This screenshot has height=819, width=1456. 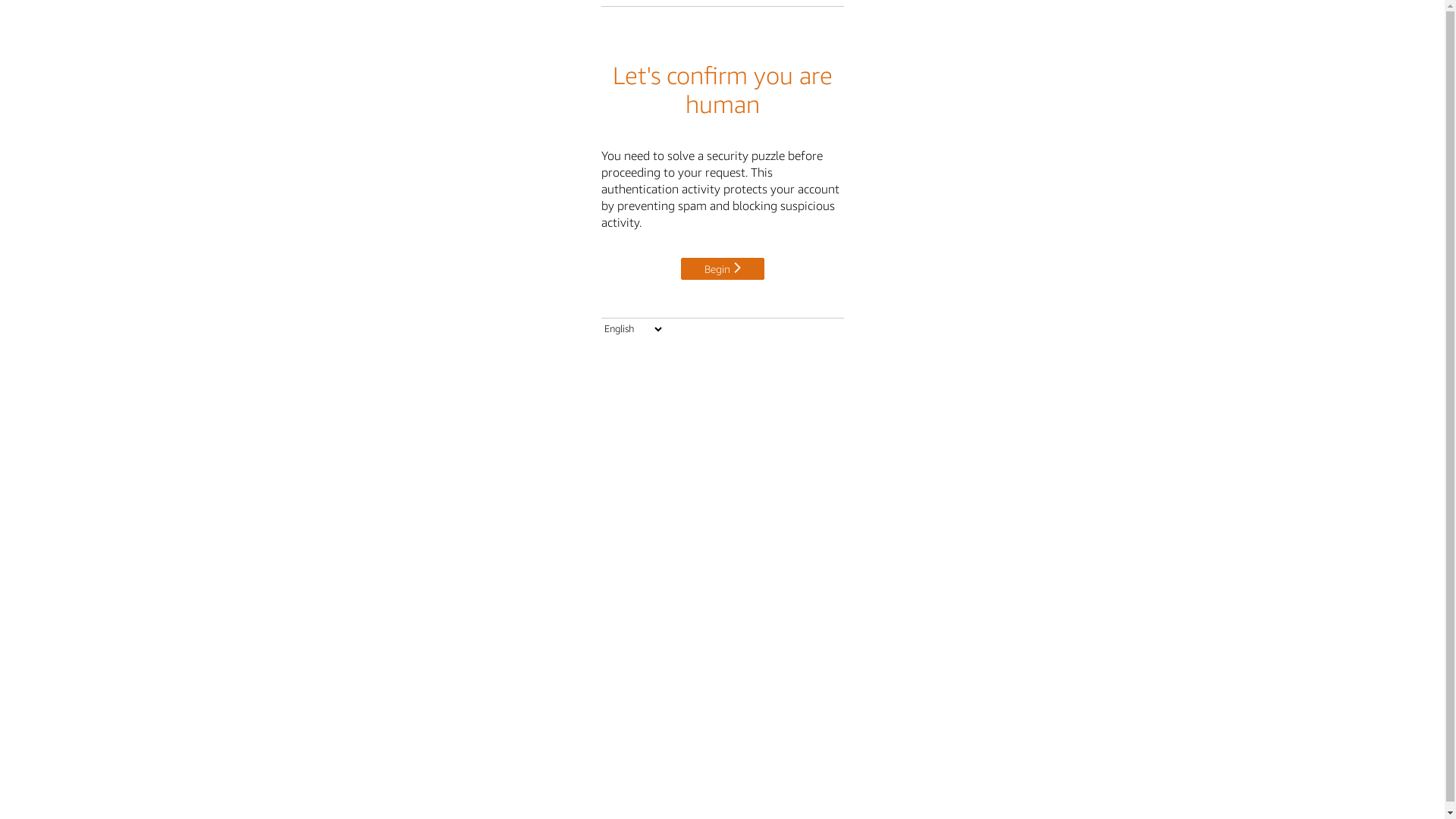 What do you see at coordinates (722, 268) in the screenshot?
I see `'Begin'` at bounding box center [722, 268].